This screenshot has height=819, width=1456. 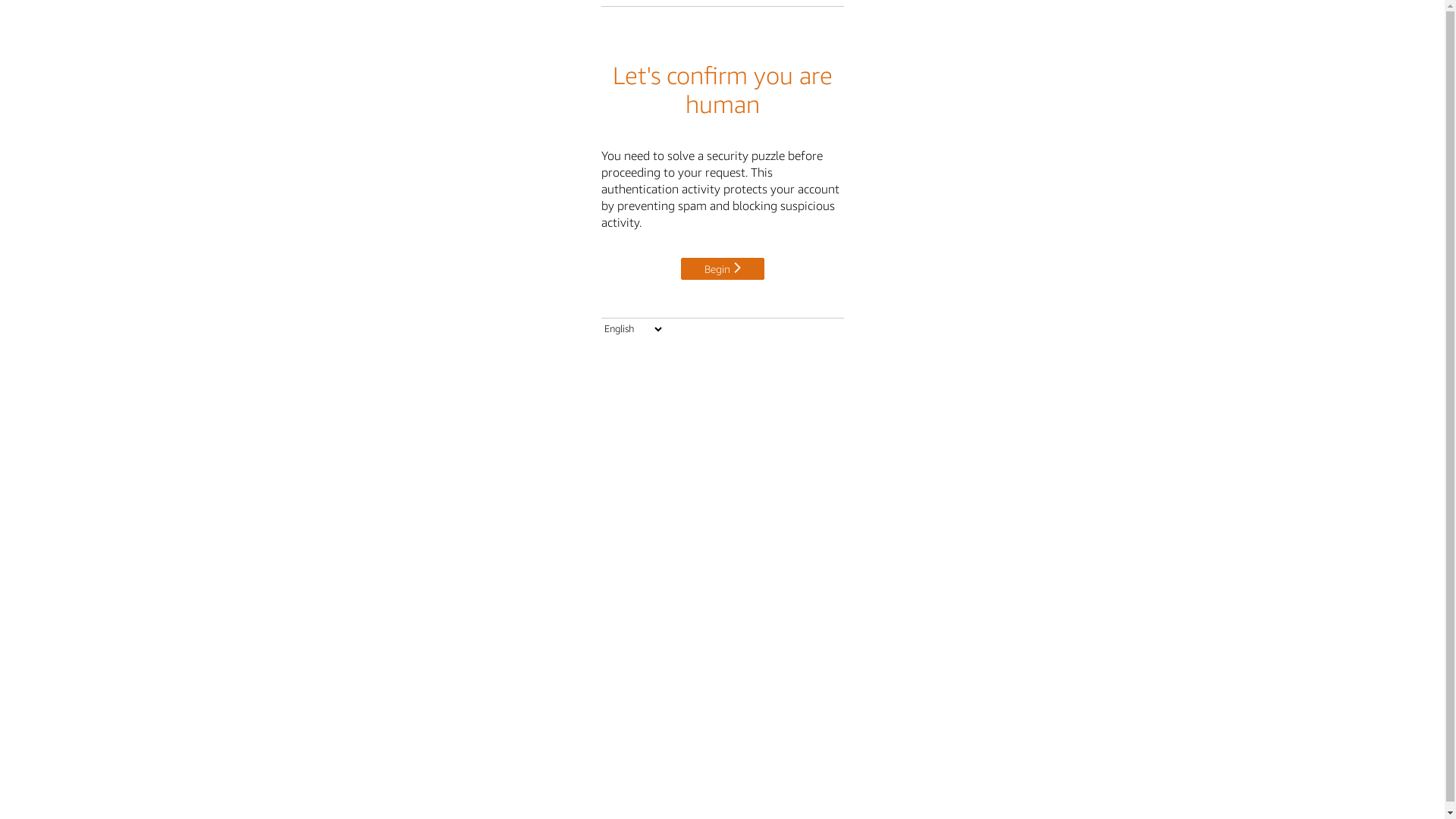 What do you see at coordinates (722, 268) in the screenshot?
I see `'Begin'` at bounding box center [722, 268].